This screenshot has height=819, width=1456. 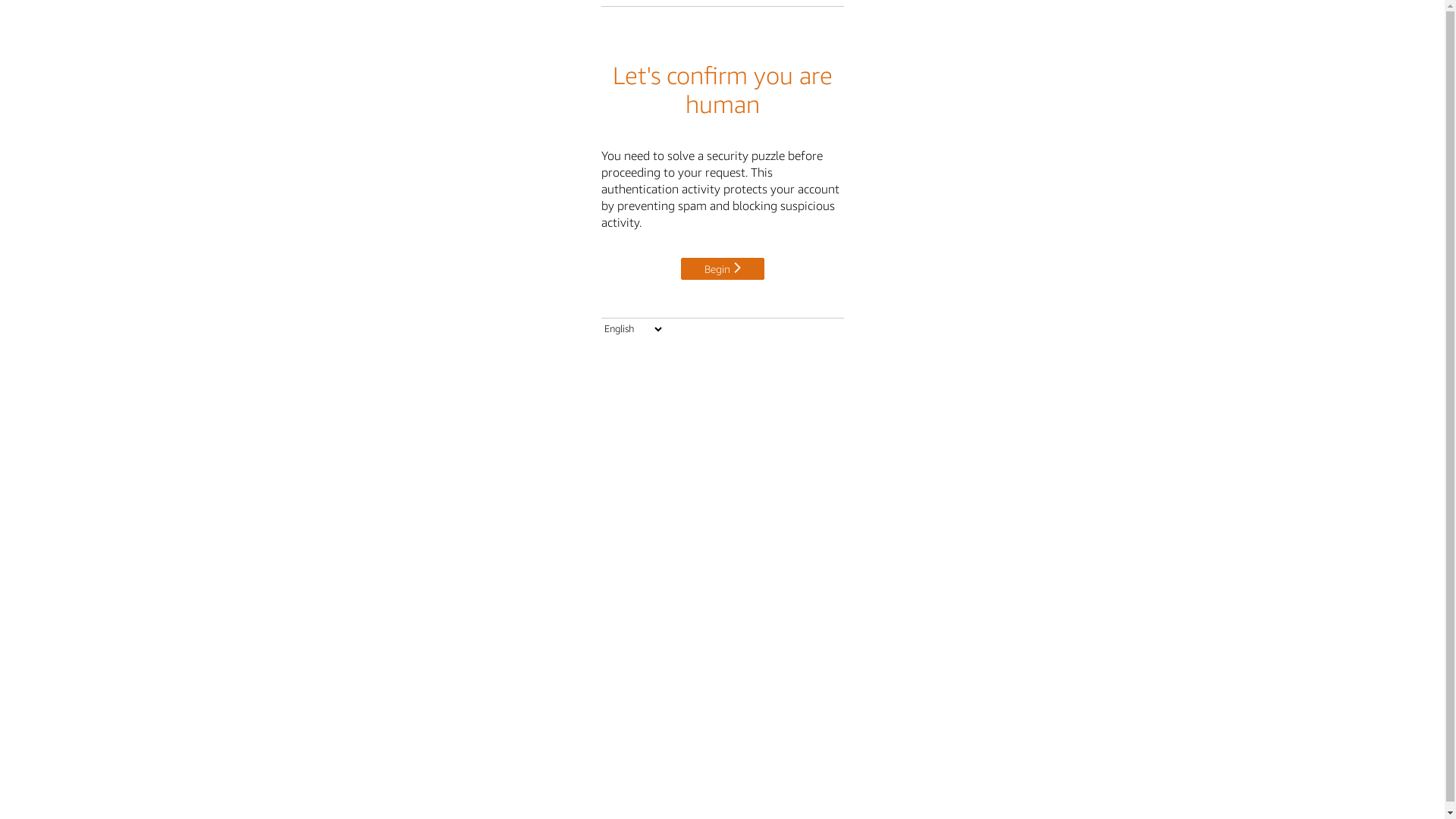 What do you see at coordinates (722, 268) in the screenshot?
I see `'Begin'` at bounding box center [722, 268].